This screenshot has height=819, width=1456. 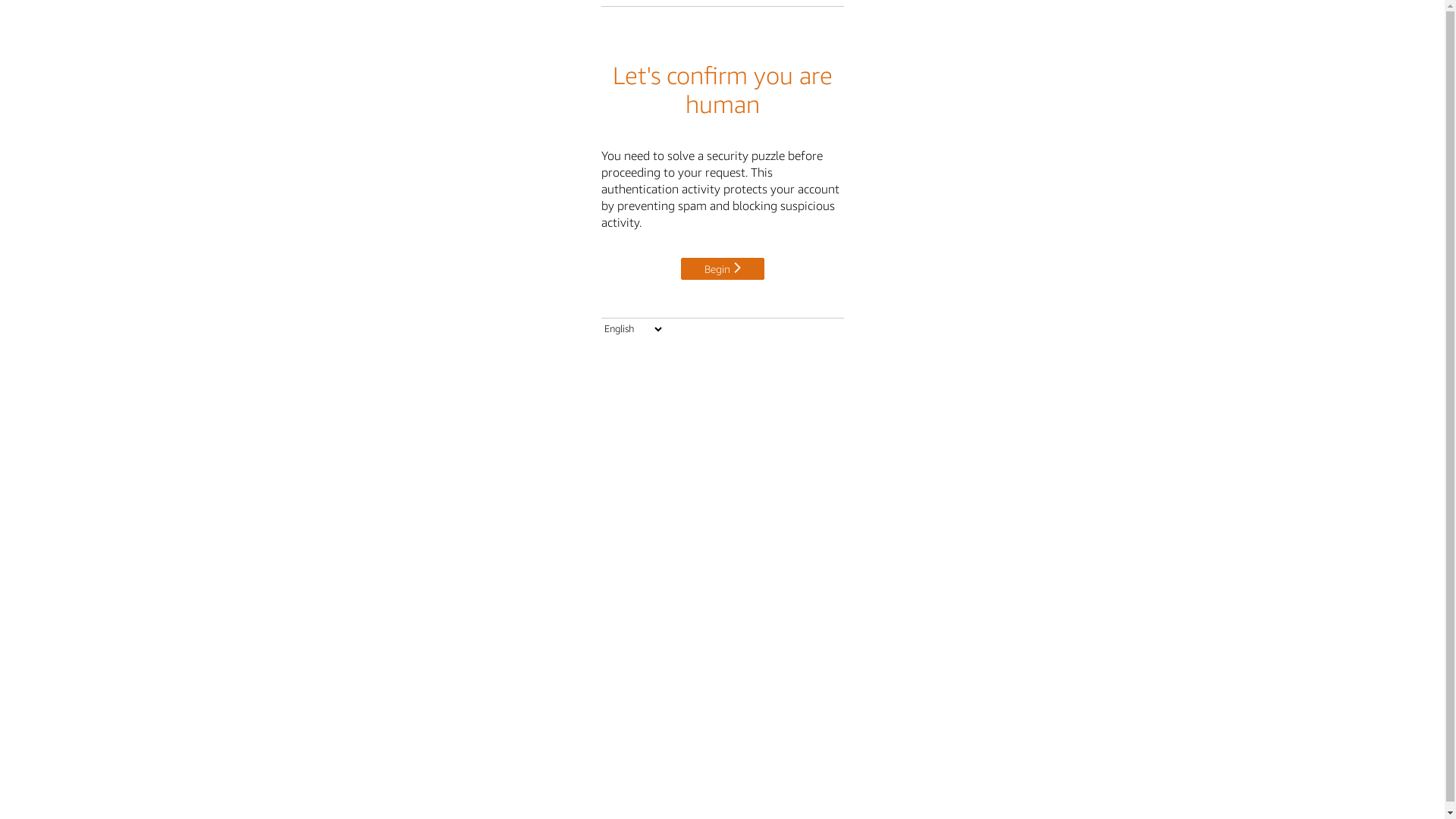 What do you see at coordinates (722, 268) in the screenshot?
I see `'Begin'` at bounding box center [722, 268].